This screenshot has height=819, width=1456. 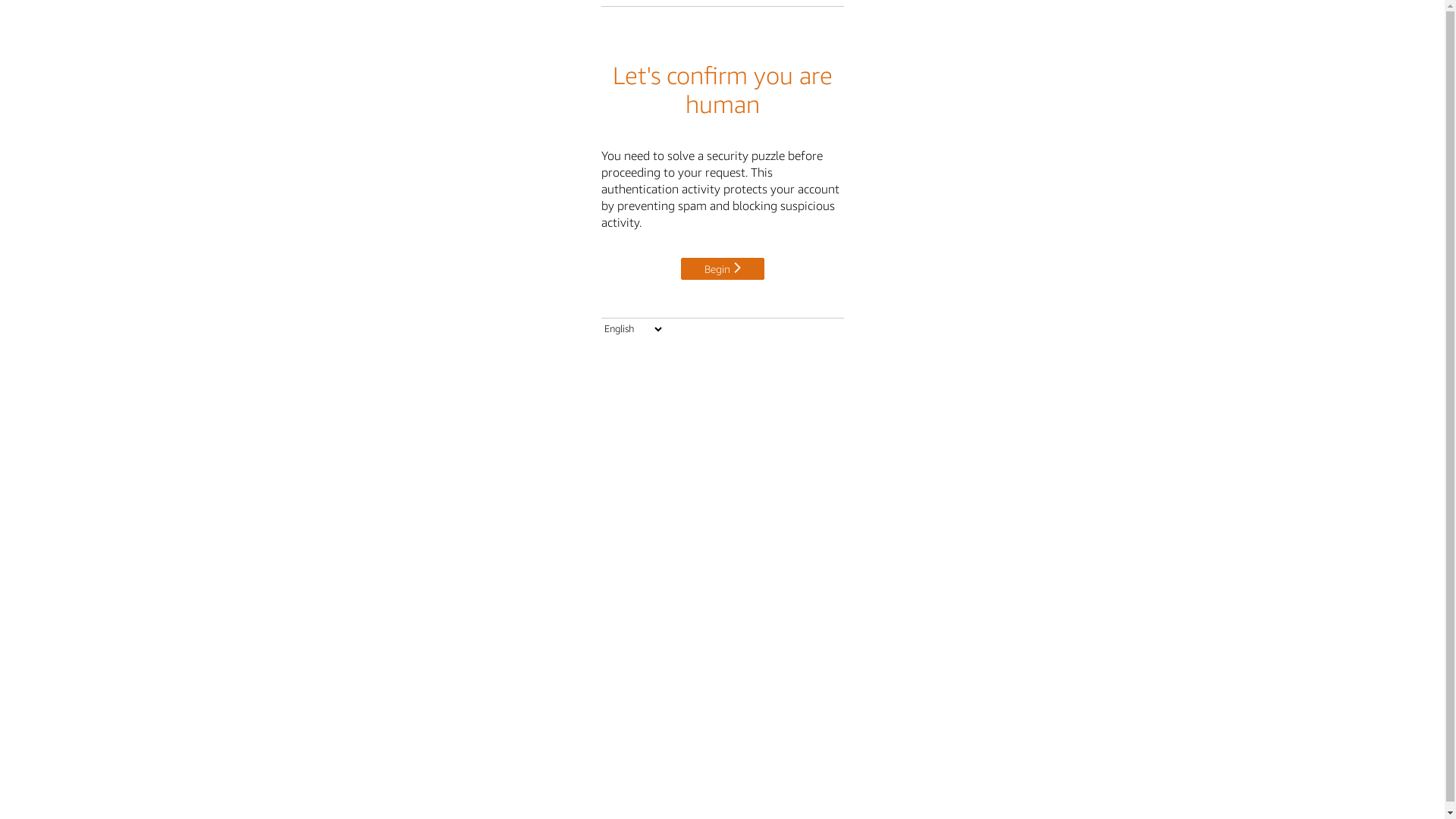 What do you see at coordinates (722, 268) in the screenshot?
I see `'Begin'` at bounding box center [722, 268].